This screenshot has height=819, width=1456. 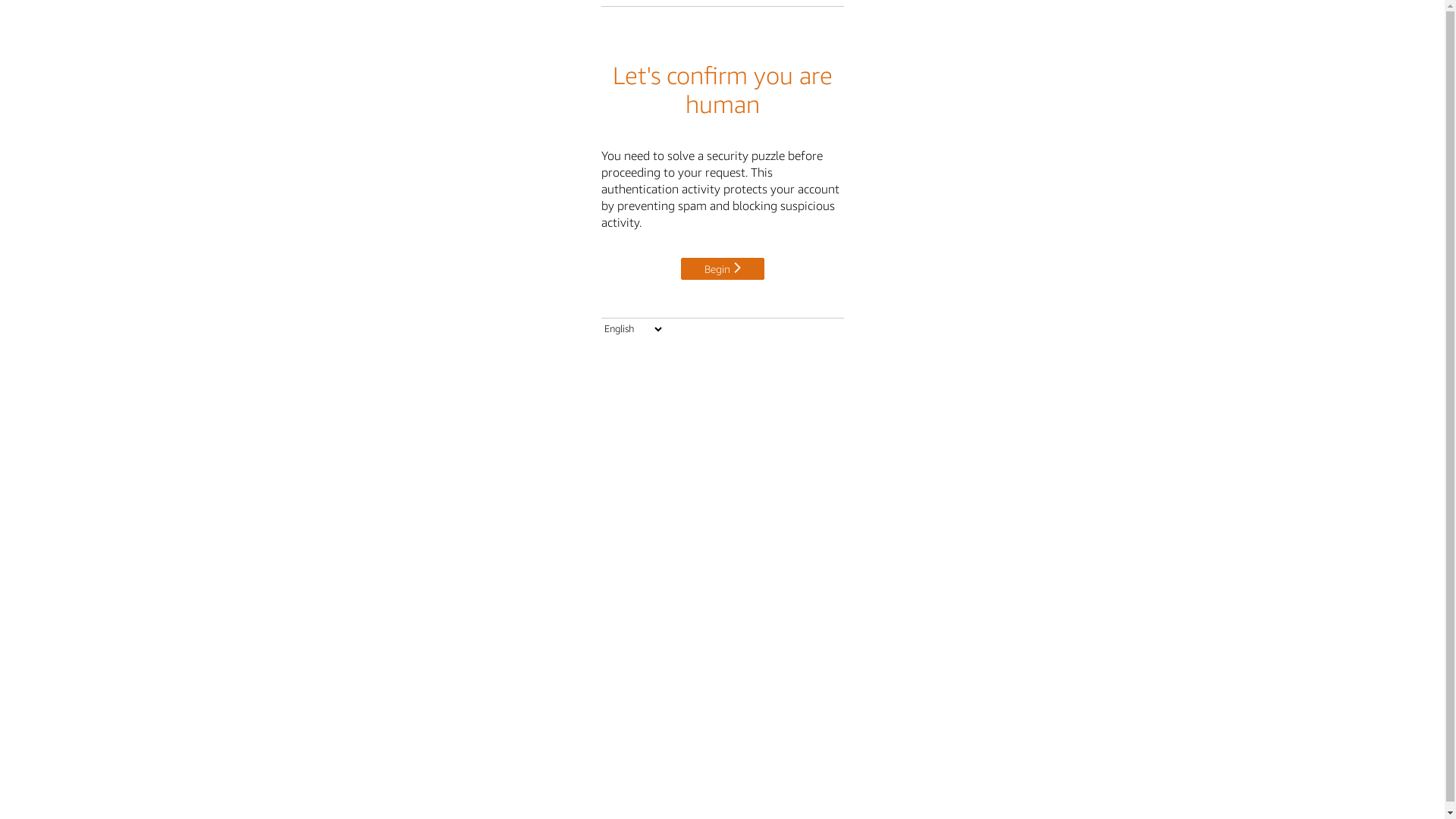 What do you see at coordinates (722, 268) in the screenshot?
I see `'Begin'` at bounding box center [722, 268].